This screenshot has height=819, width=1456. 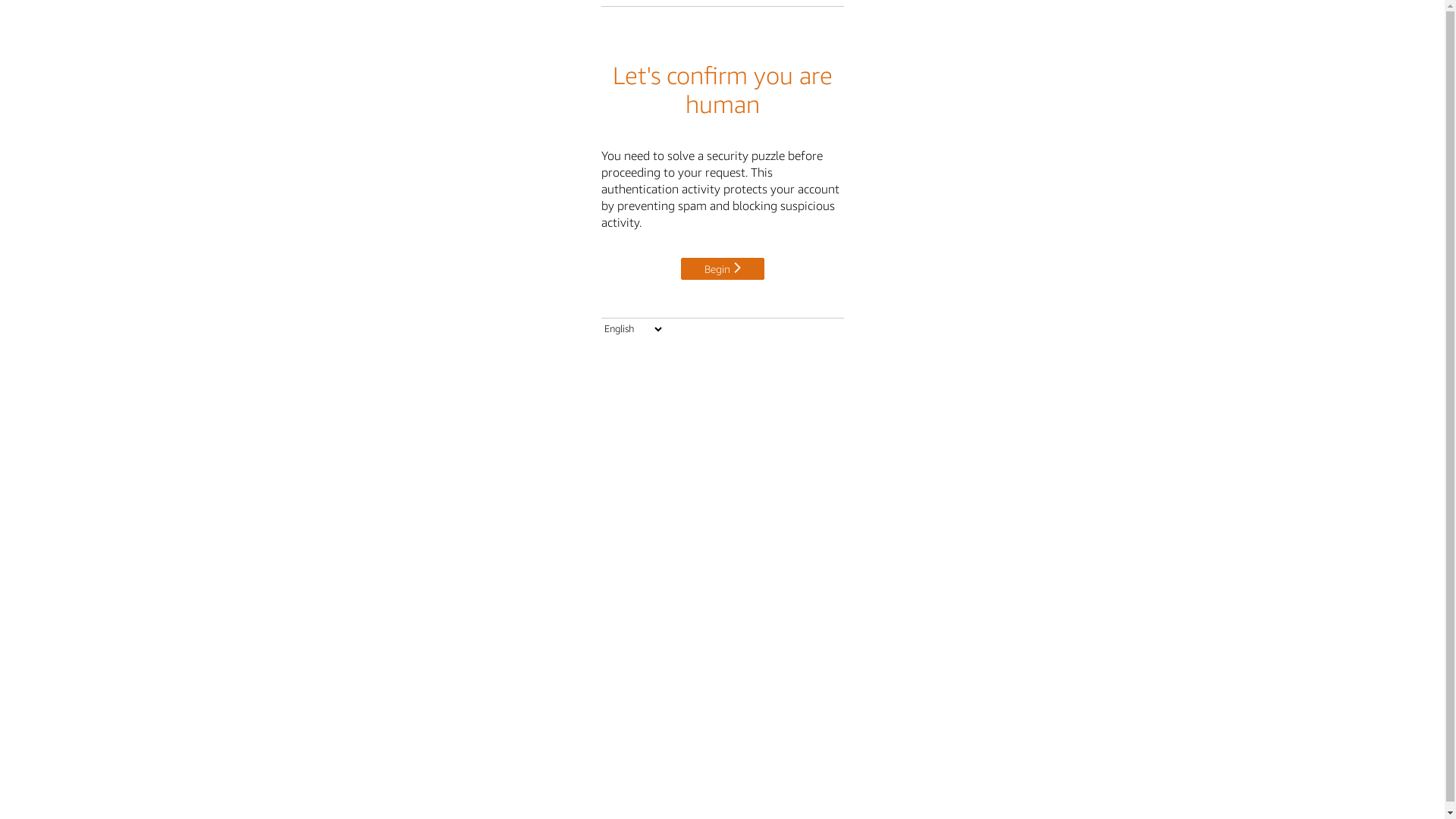 What do you see at coordinates (722, 268) in the screenshot?
I see `'Begin'` at bounding box center [722, 268].